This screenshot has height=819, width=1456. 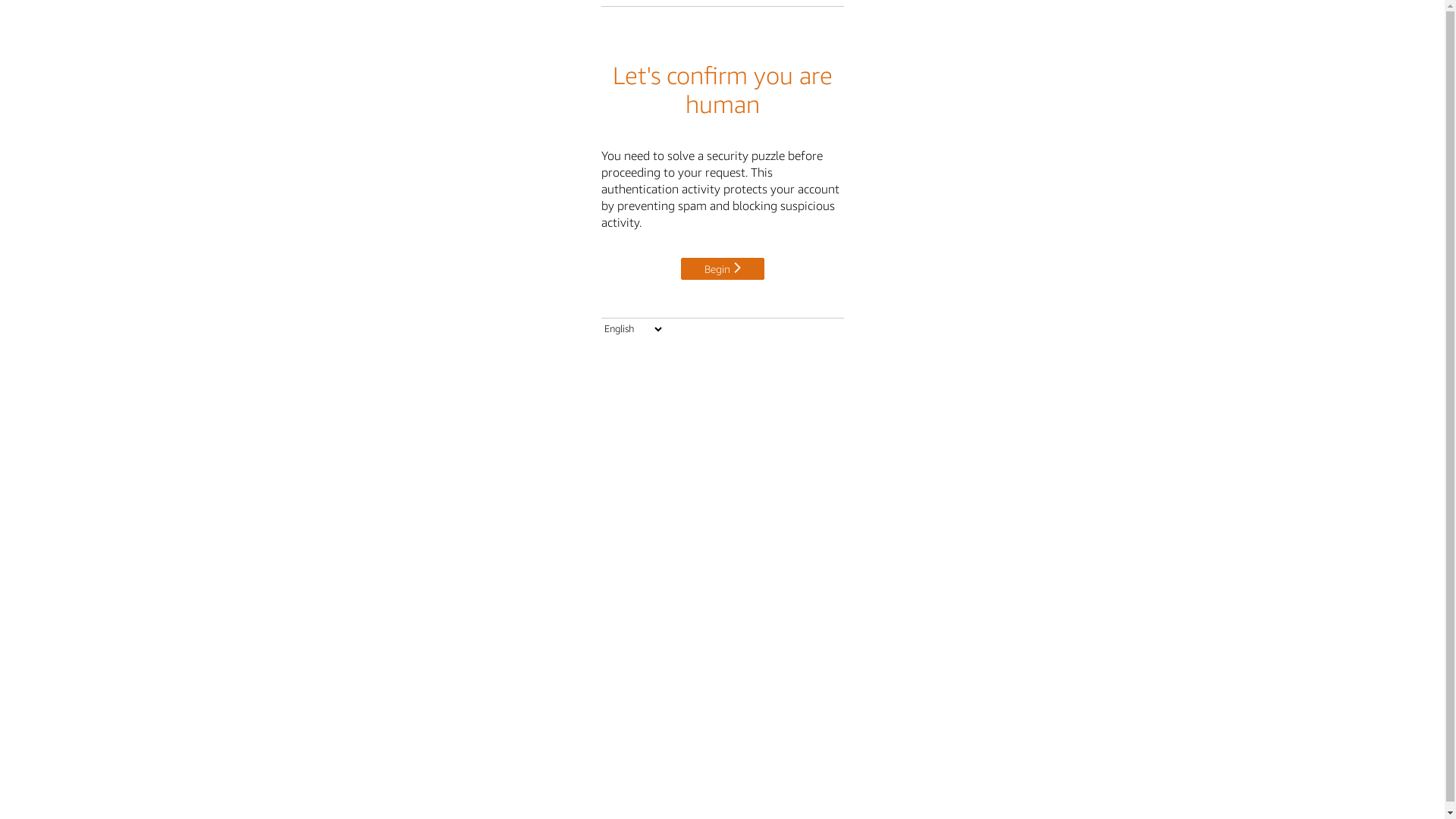 What do you see at coordinates (722, 268) in the screenshot?
I see `'Begin'` at bounding box center [722, 268].